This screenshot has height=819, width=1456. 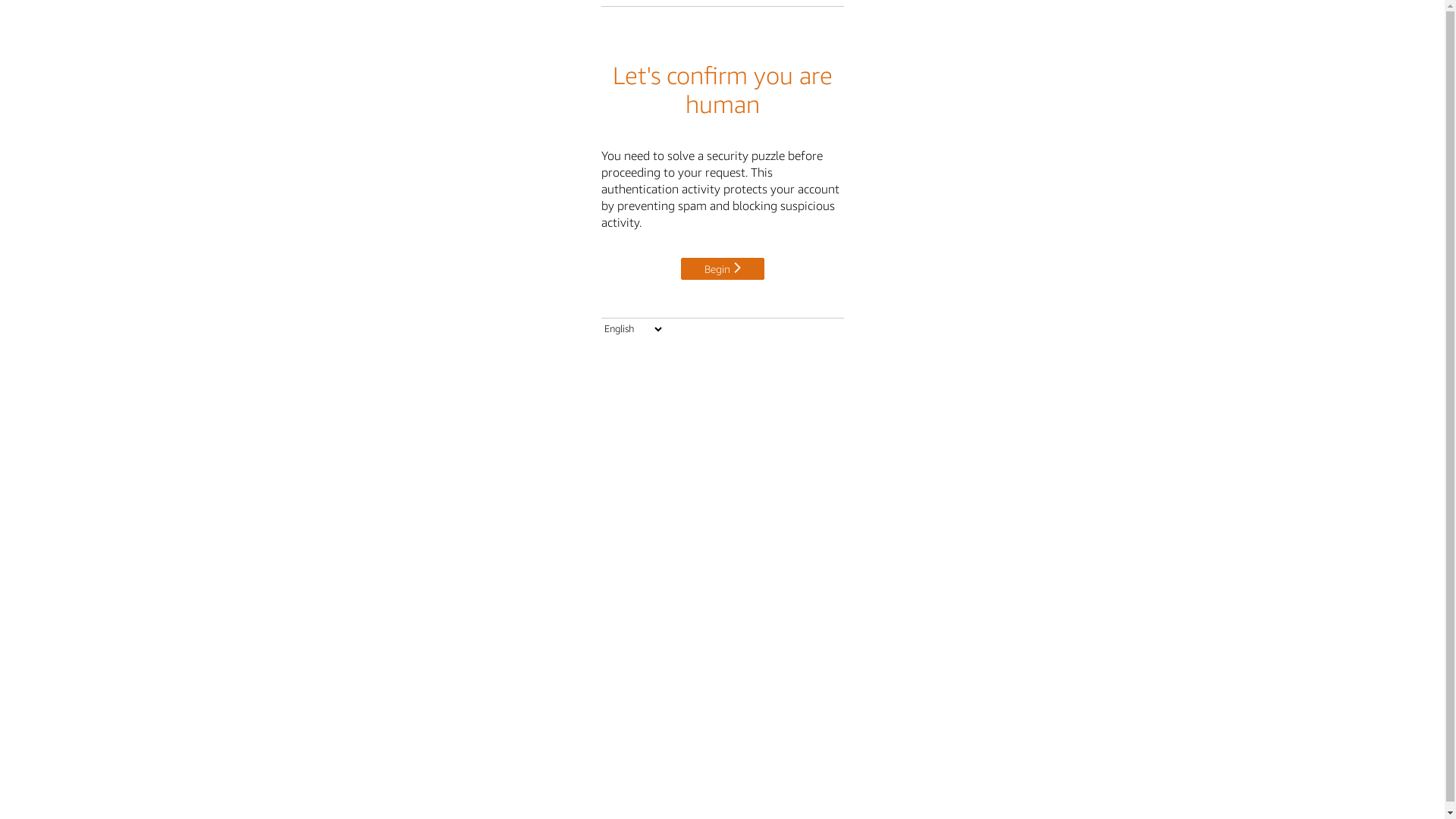 What do you see at coordinates (722, 268) in the screenshot?
I see `'Begin'` at bounding box center [722, 268].